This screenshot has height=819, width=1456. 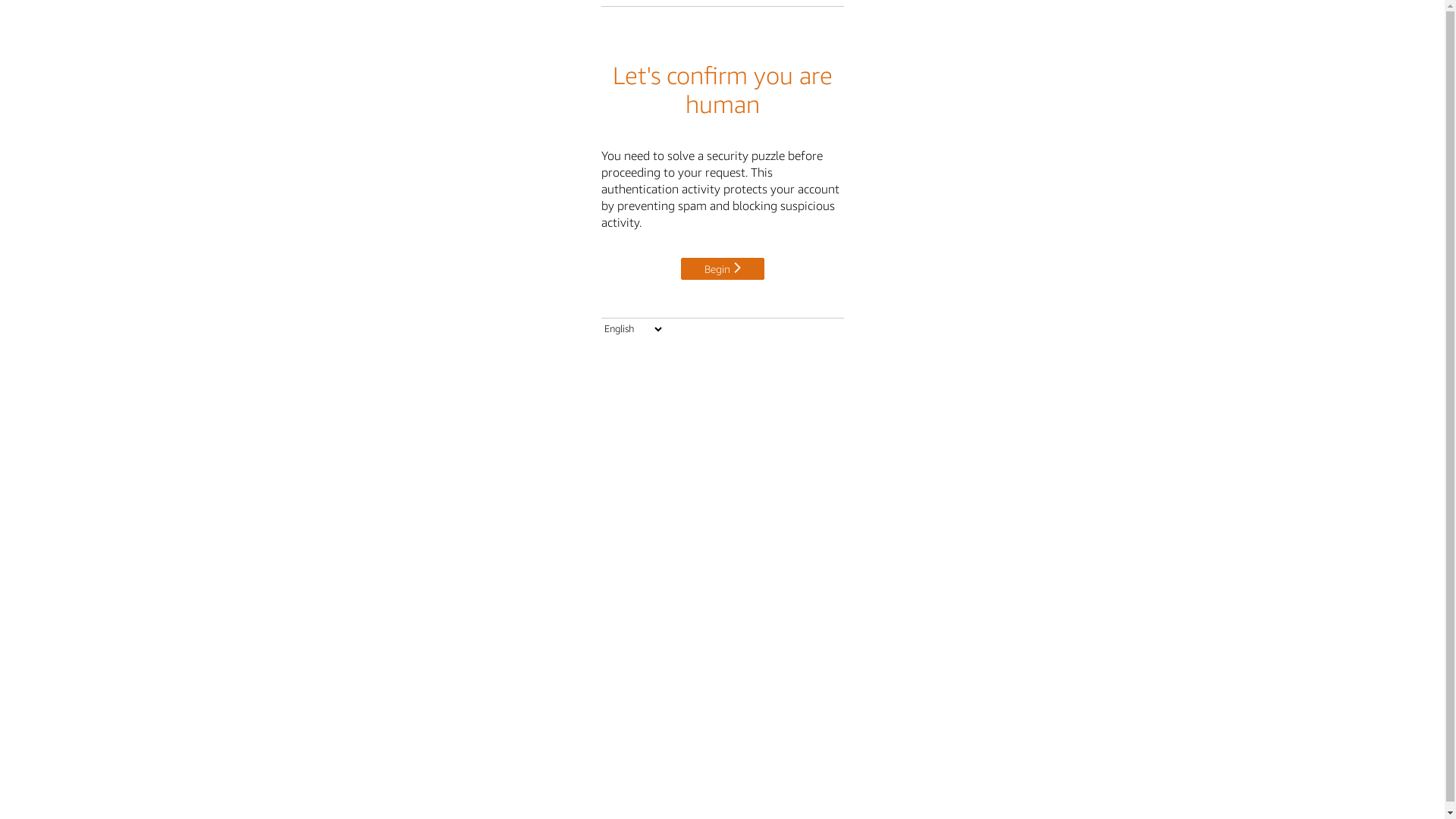 What do you see at coordinates (722, 268) in the screenshot?
I see `'Begin'` at bounding box center [722, 268].